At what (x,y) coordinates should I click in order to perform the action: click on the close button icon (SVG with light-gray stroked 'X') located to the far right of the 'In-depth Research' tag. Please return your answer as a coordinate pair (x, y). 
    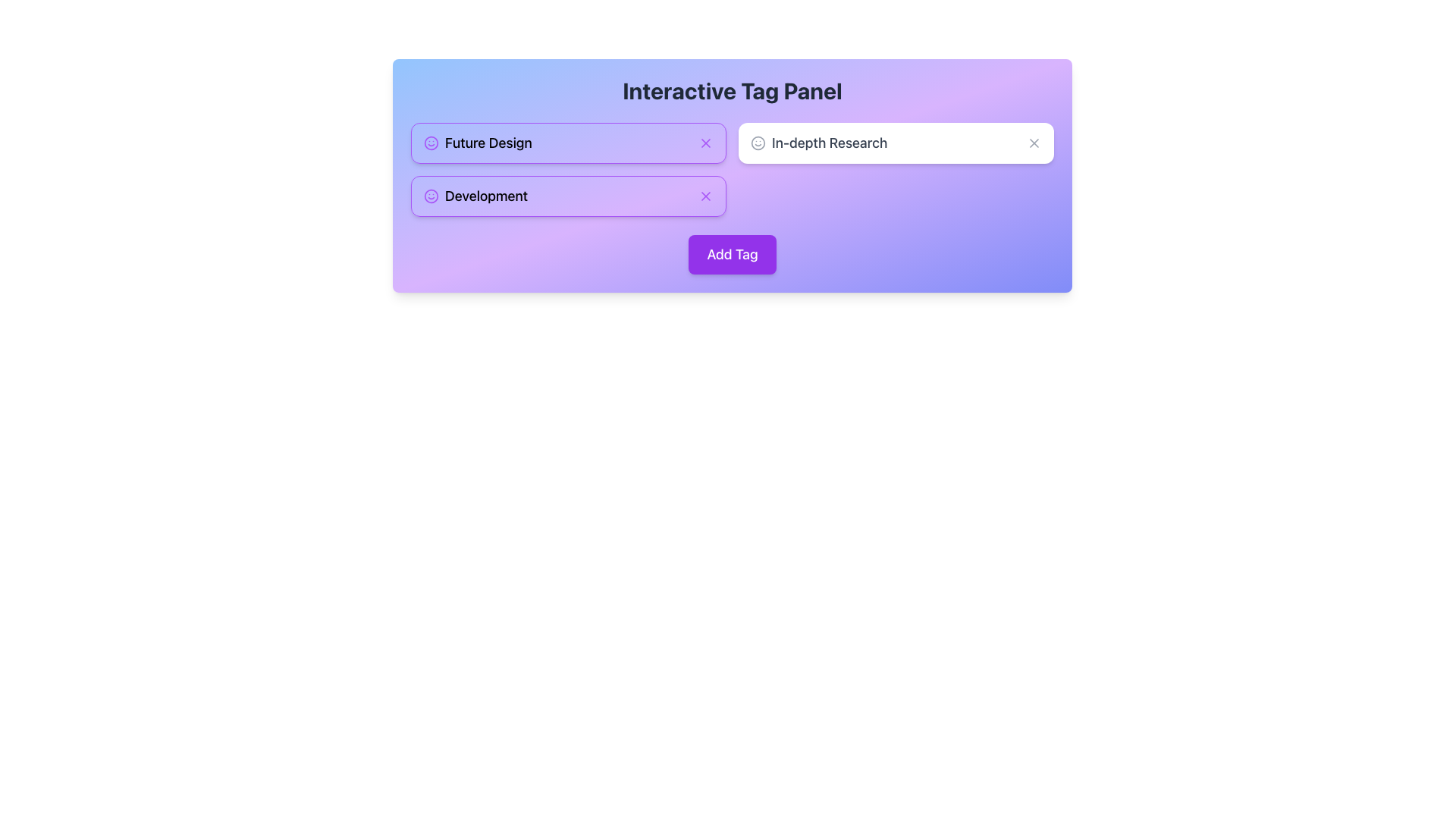
    Looking at the image, I should click on (1033, 143).